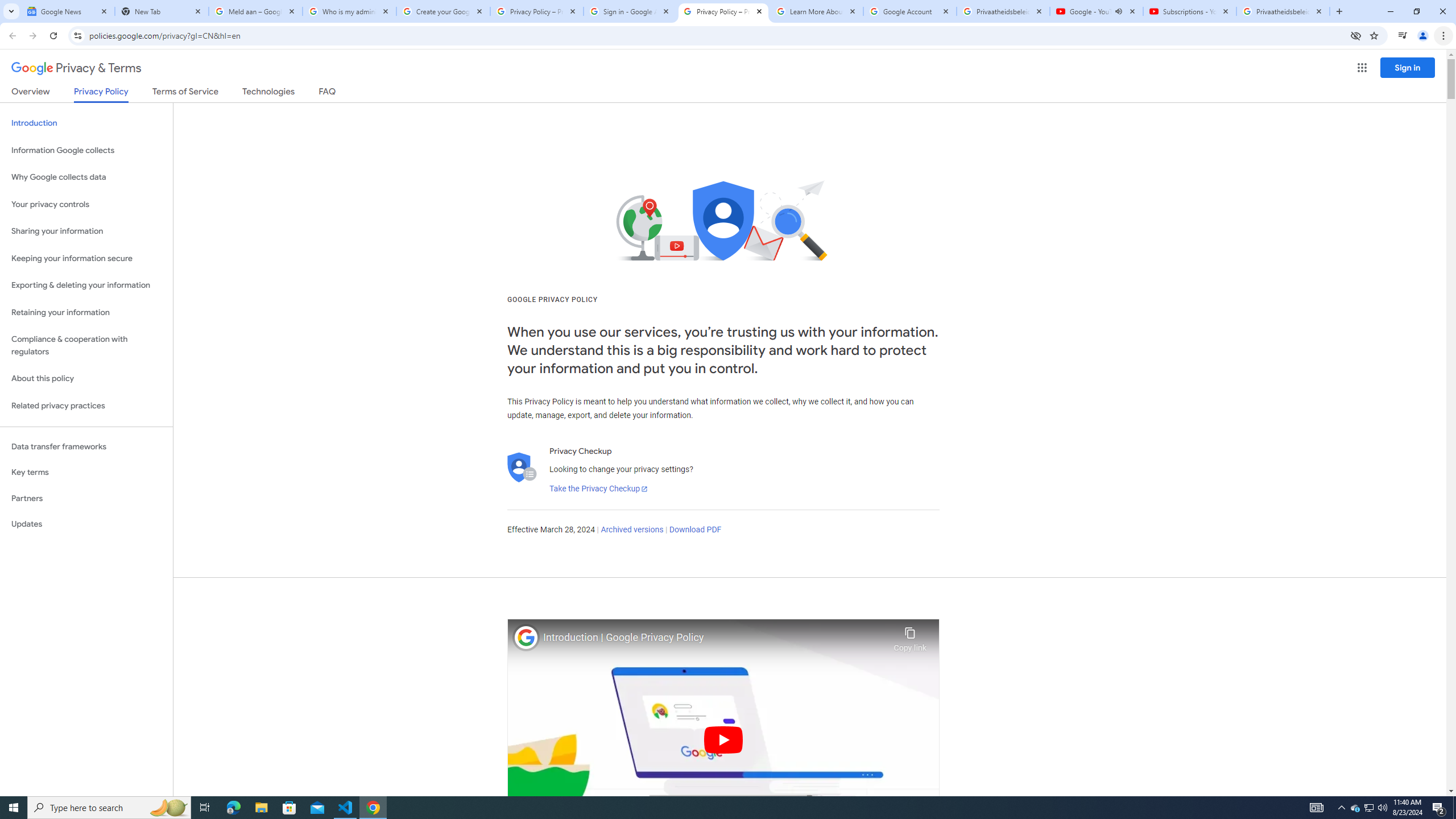  Describe the element at coordinates (86, 259) in the screenshot. I see `'Keeping your information secure'` at that location.